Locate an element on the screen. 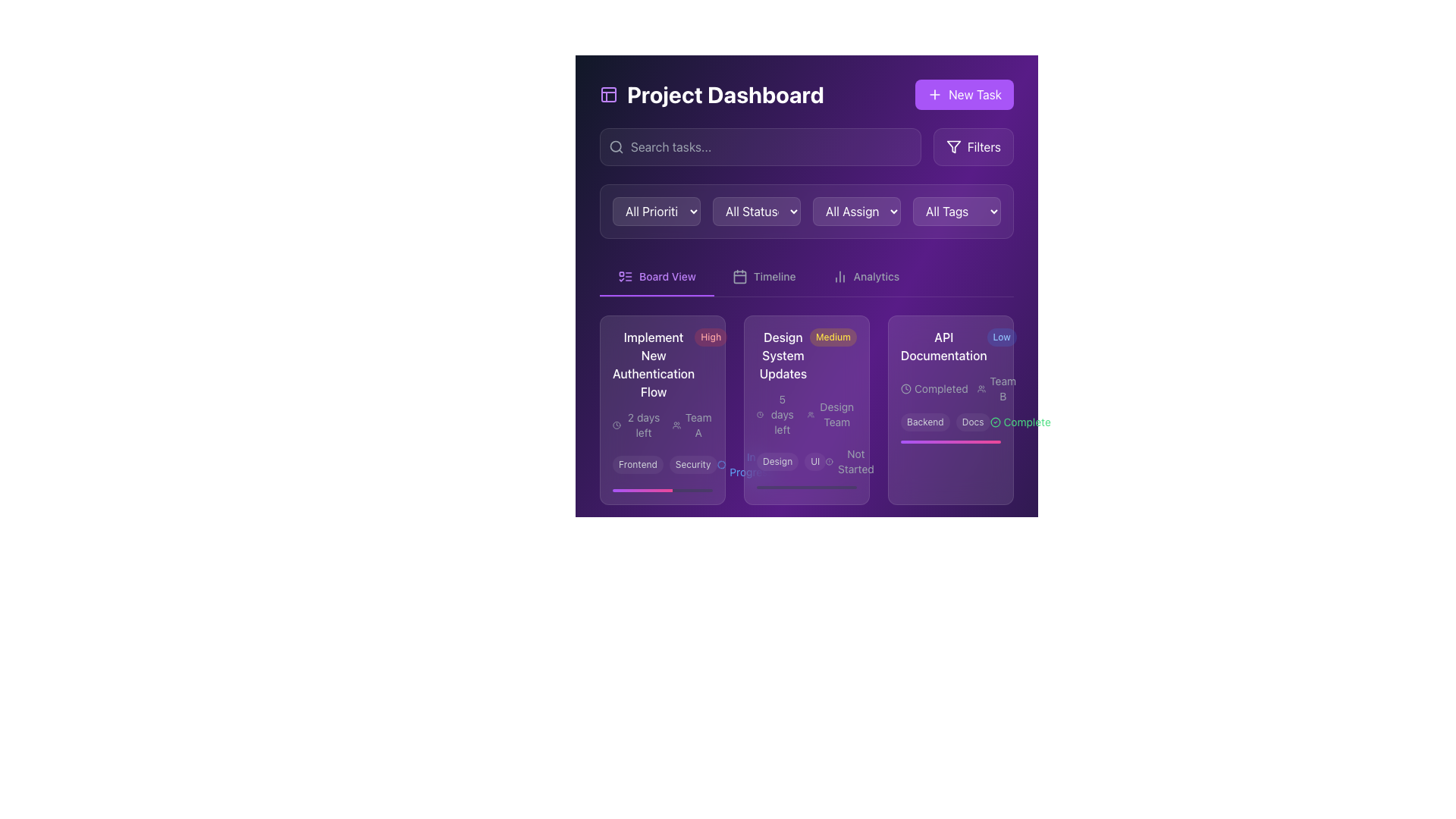 This screenshot has height=819, width=1456. the circular element of the clock icon located to the left of the time-related text within the 'Implement New Authentication Flow' card in the 'Board View' section is located at coordinates (617, 425).